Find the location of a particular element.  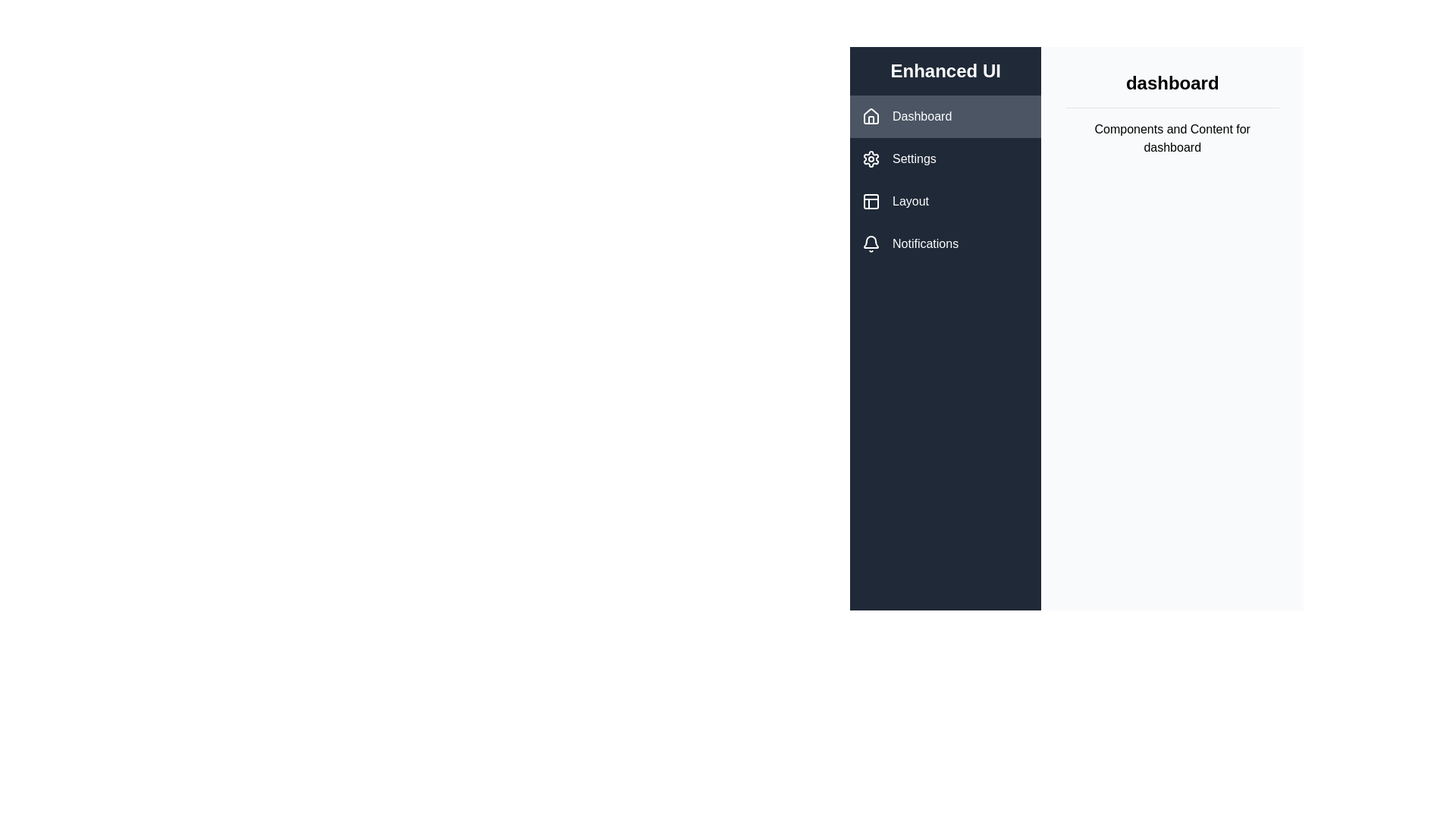

the sidebar button labeled Dashboard is located at coordinates (945, 116).